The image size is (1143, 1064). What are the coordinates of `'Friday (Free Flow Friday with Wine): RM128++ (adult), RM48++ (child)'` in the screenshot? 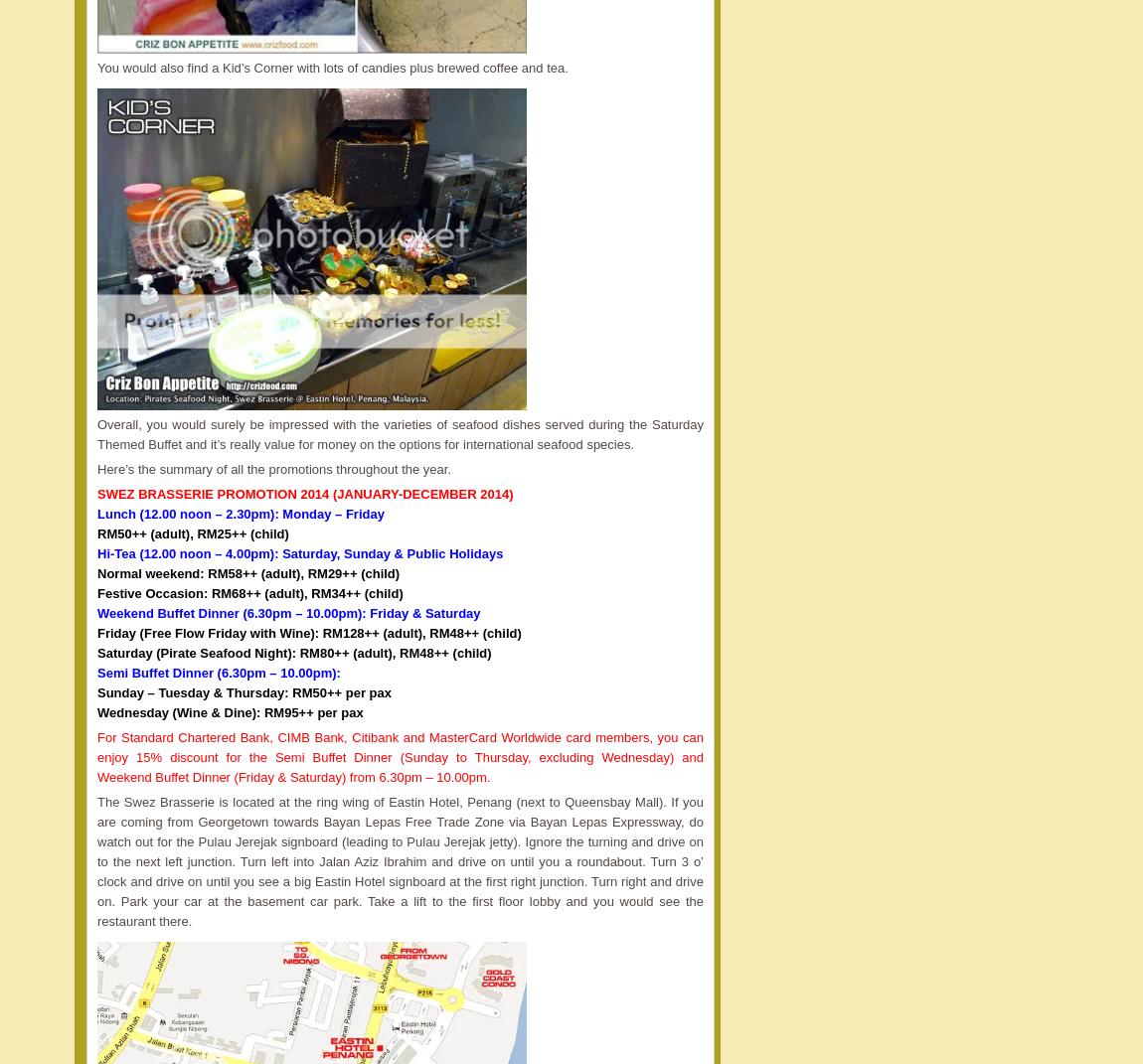 It's located at (308, 632).